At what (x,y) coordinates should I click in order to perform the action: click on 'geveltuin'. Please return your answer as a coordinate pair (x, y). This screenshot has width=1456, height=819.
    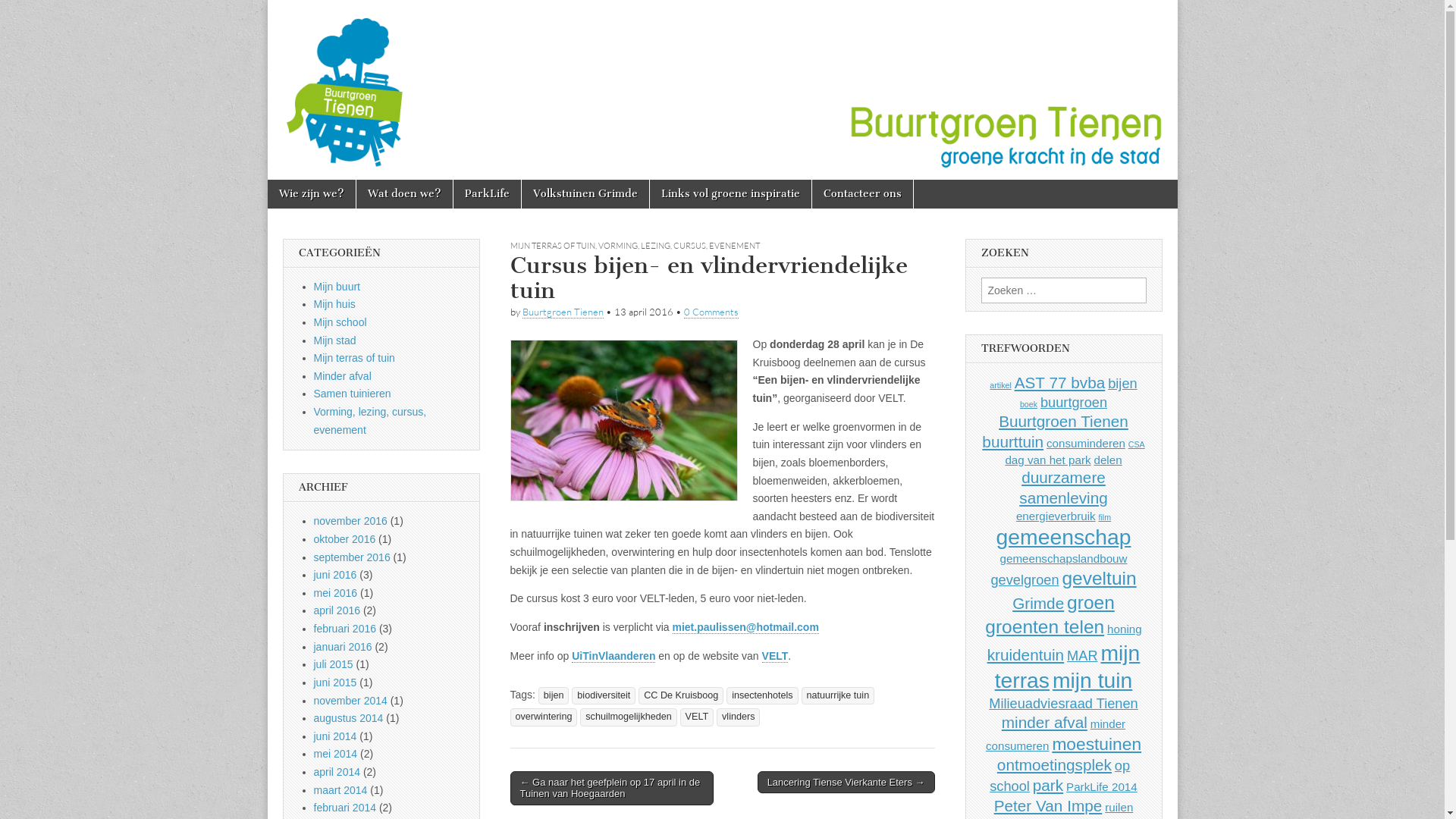
    Looking at the image, I should click on (1061, 578).